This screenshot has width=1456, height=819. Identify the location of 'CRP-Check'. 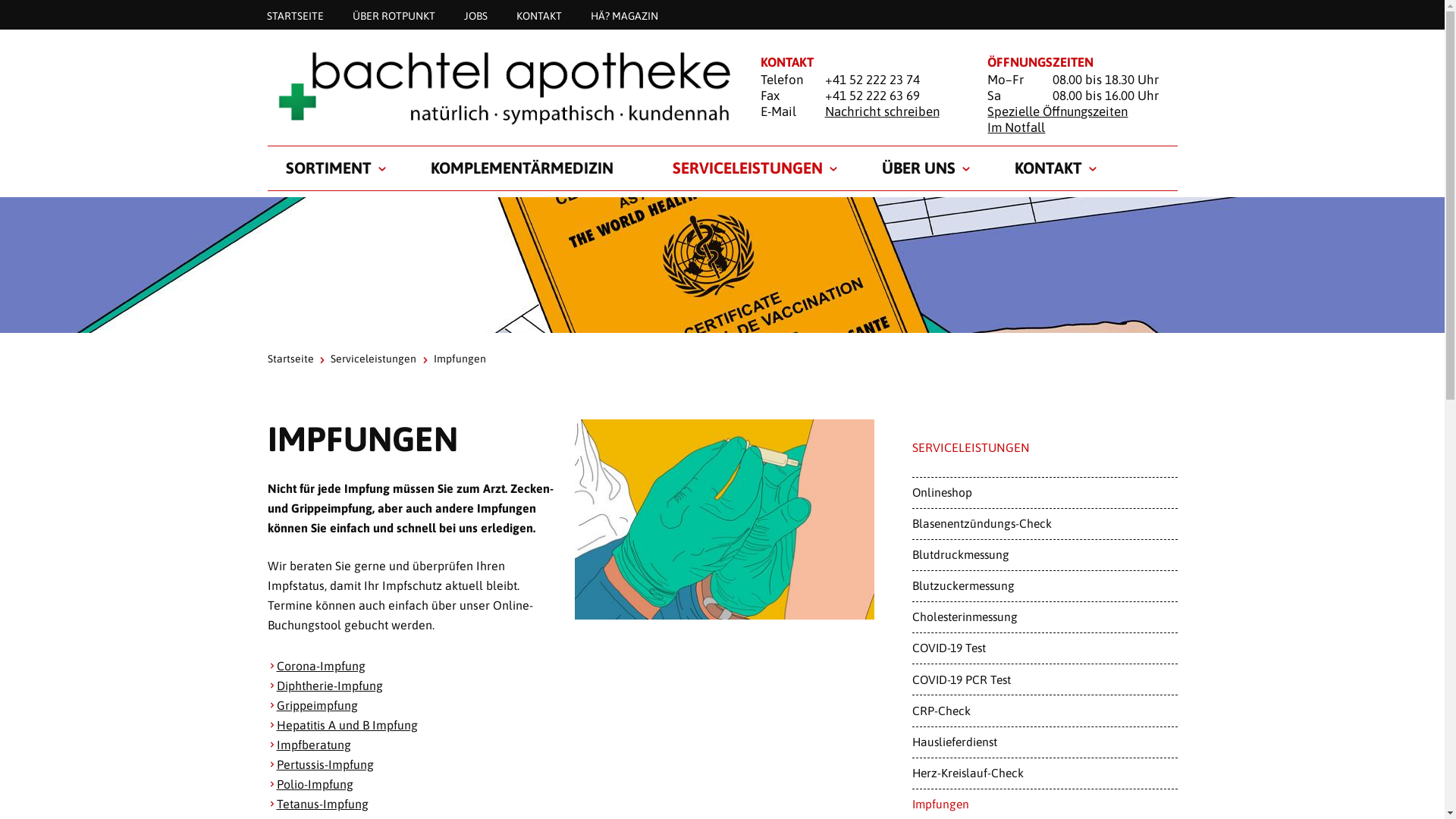
(1043, 711).